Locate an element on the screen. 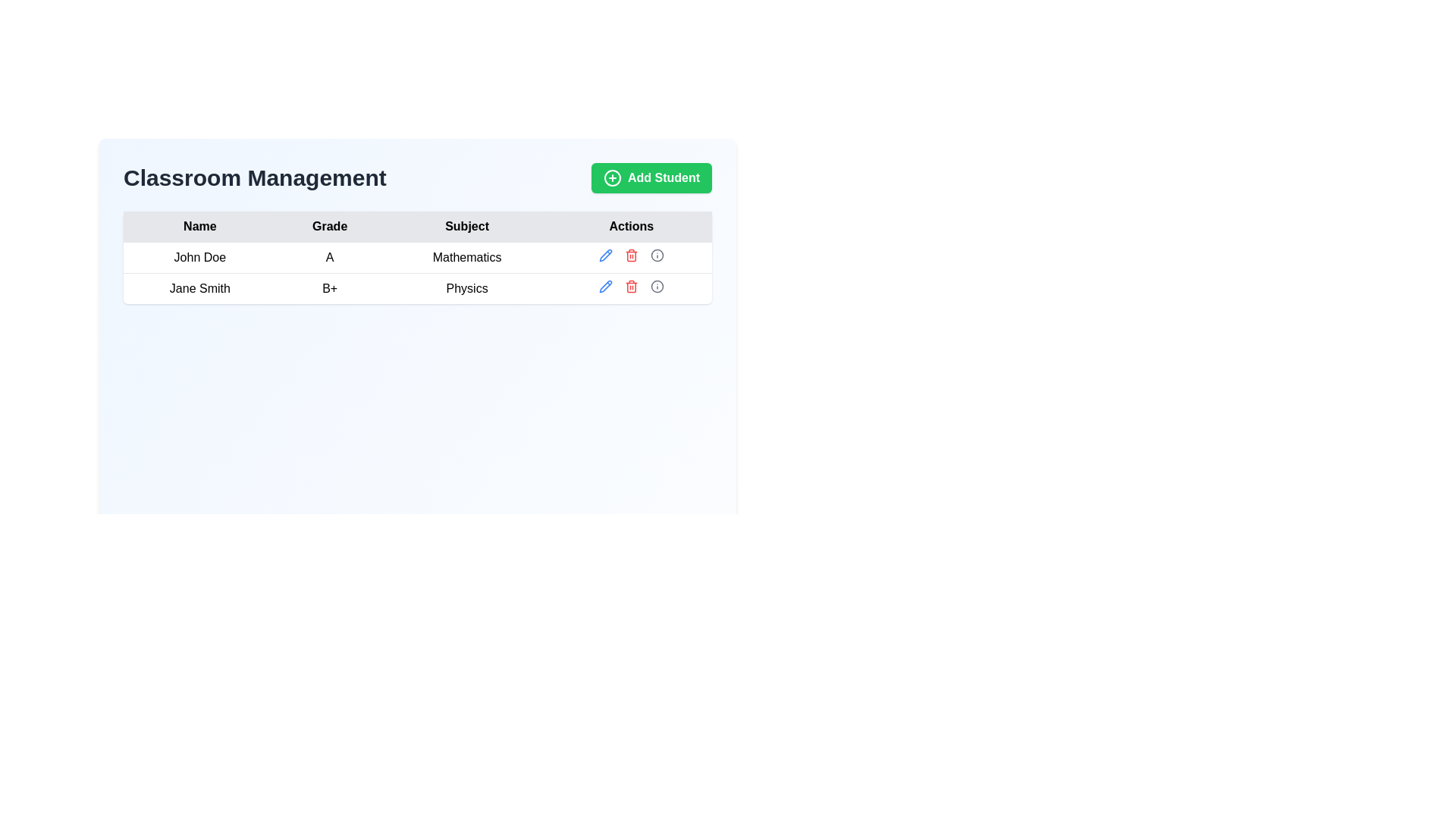 The image size is (1456, 819). the delete icon button located in the 'Actions' column of the second row of the table is located at coordinates (631, 287).